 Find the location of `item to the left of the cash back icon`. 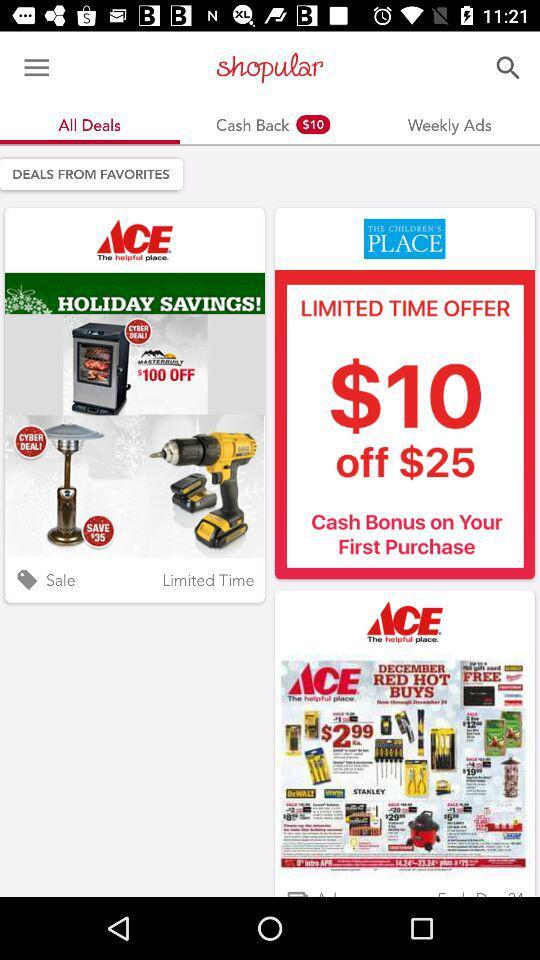

item to the left of the cash back icon is located at coordinates (36, 68).